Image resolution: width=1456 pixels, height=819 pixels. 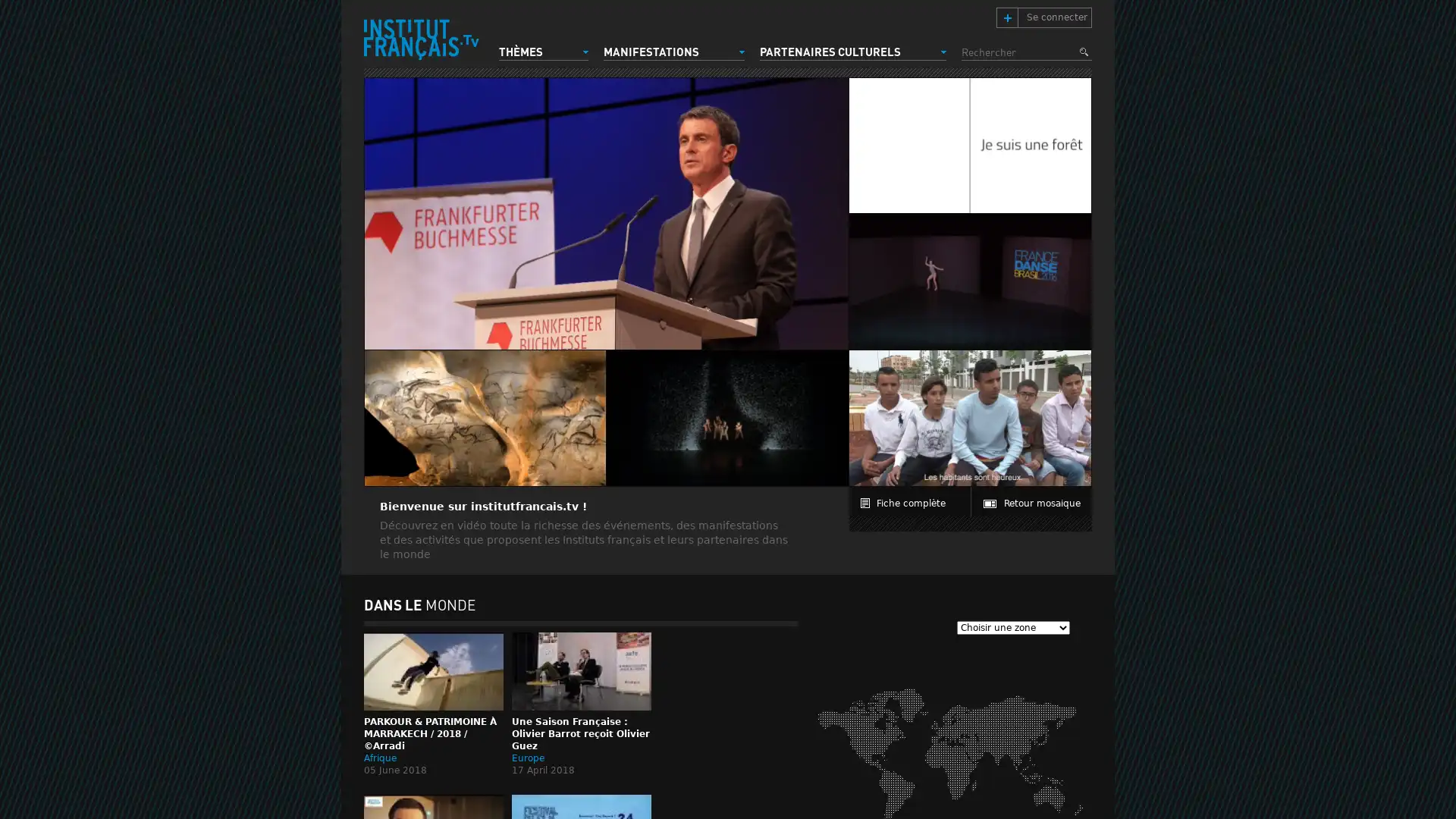 What do you see at coordinates (1084, 52) in the screenshot?
I see `Submit` at bounding box center [1084, 52].